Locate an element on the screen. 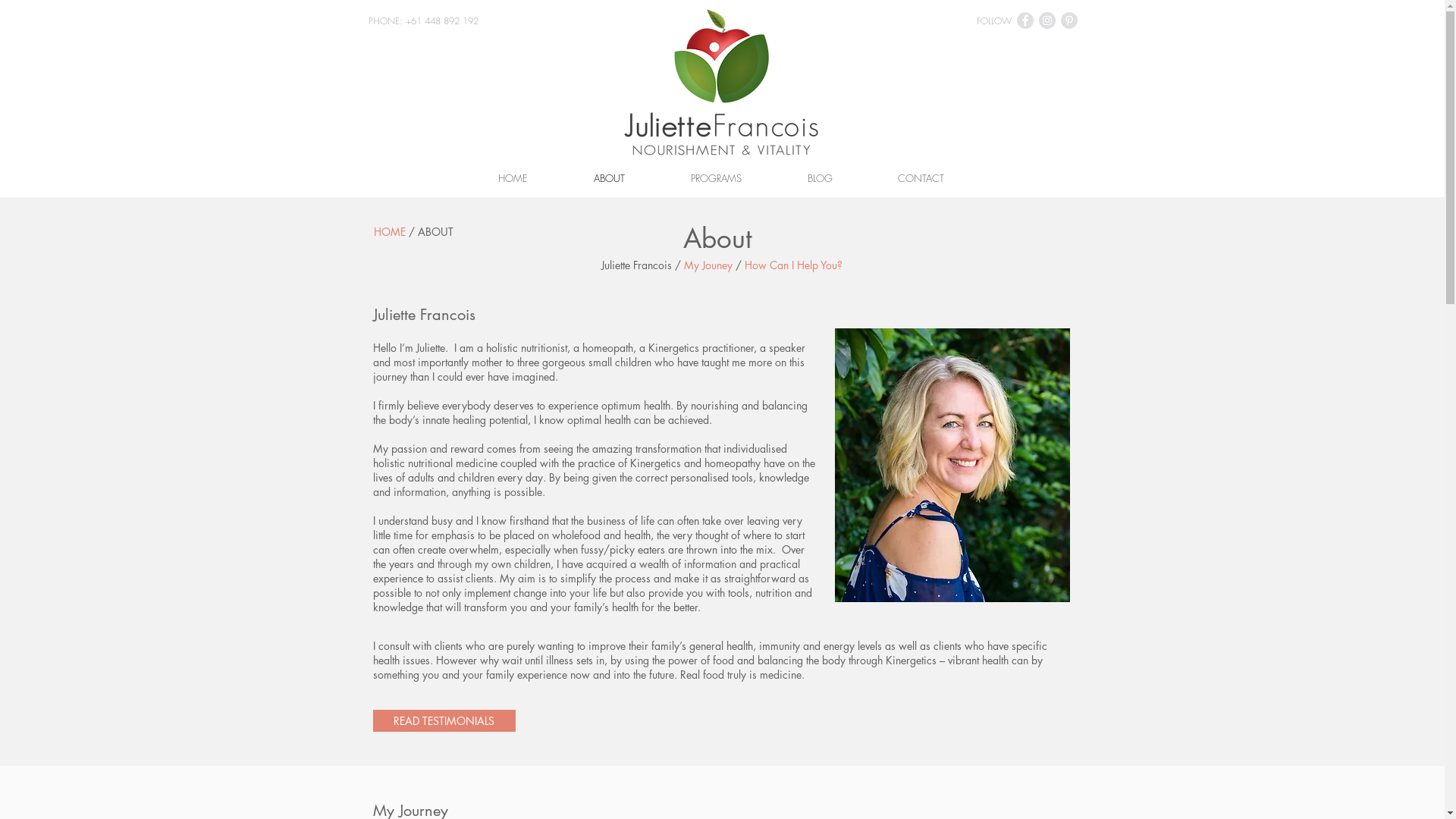  'BLOG' is located at coordinates (819, 177).